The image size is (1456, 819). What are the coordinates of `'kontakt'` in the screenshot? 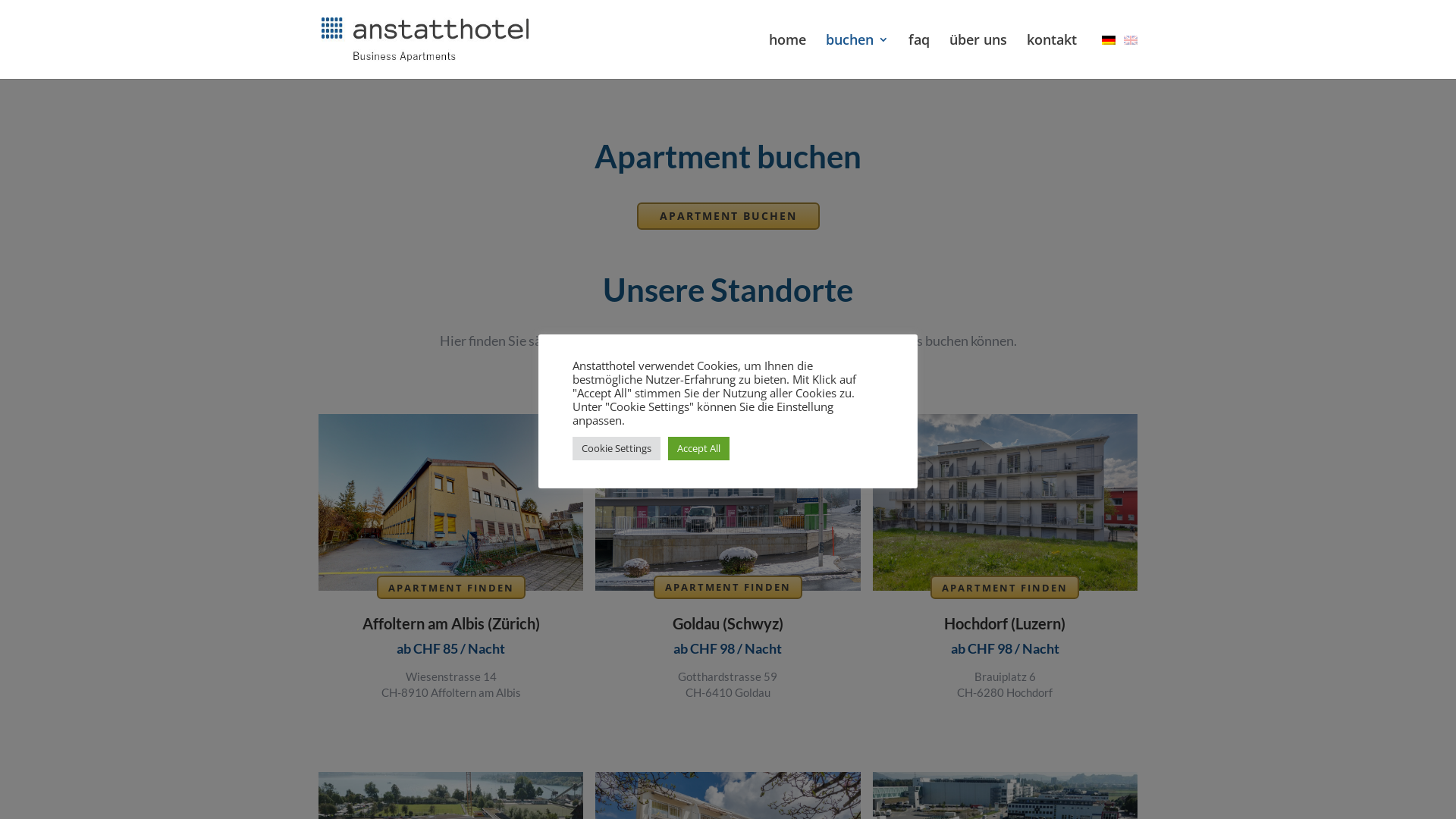 It's located at (1026, 55).